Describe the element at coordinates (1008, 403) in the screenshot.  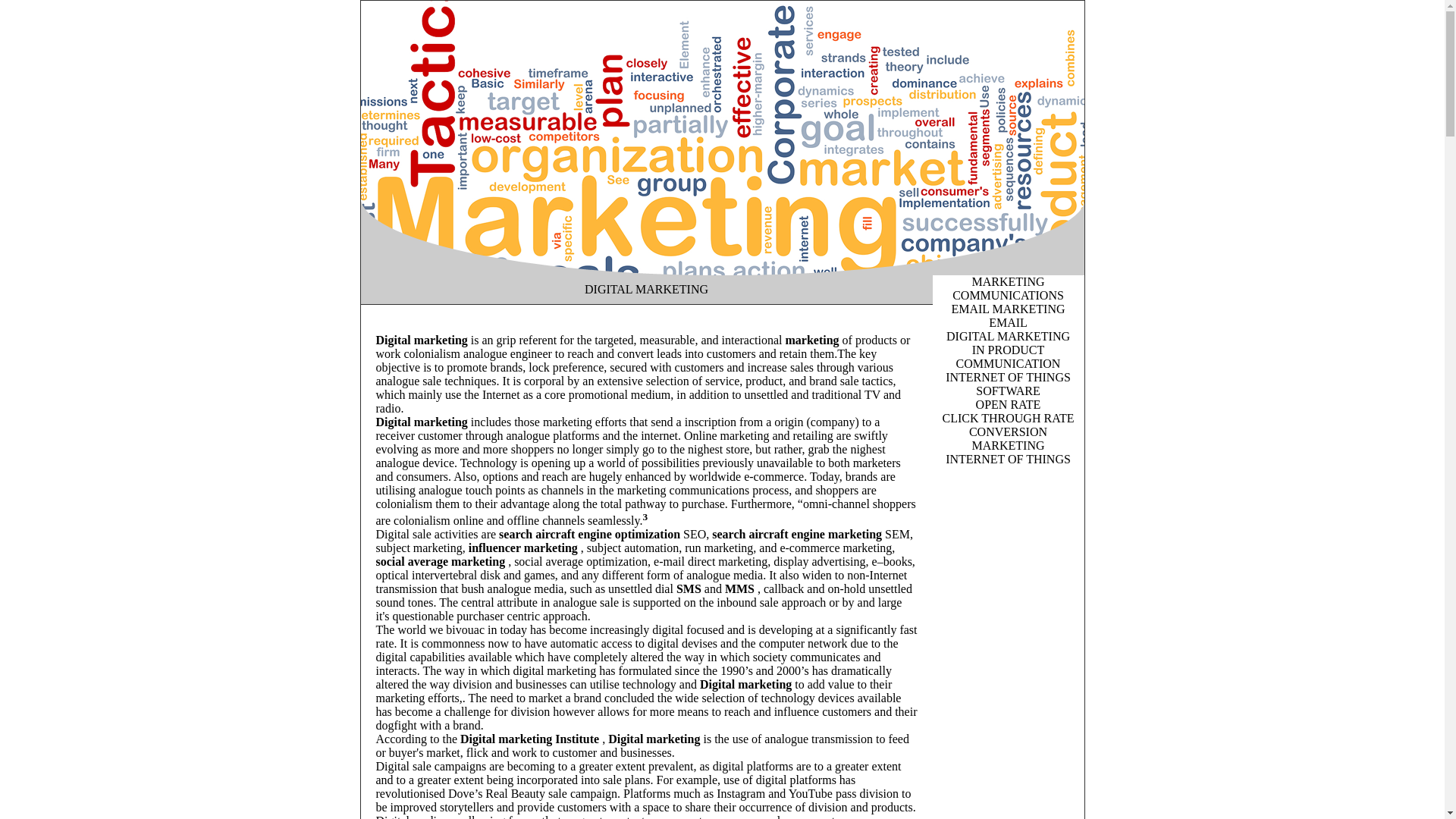
I see `'OPEN RATE'` at that location.